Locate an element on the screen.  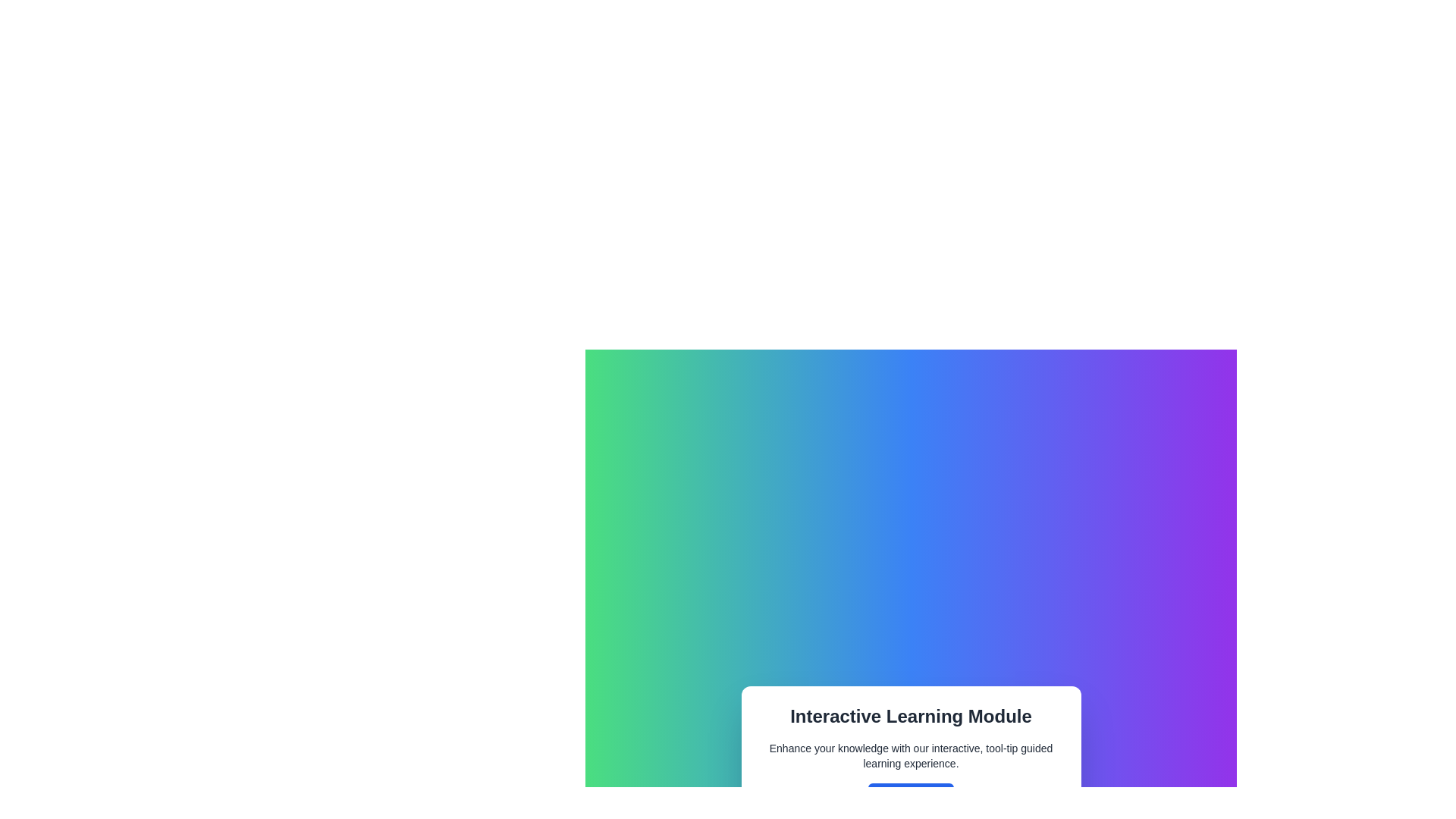
the text component displaying 'Enhance your knowledge with our interactive, tool-tip guided learning experience.' which is positioned beneath the title 'Interactive Learning Module' is located at coordinates (910, 755).